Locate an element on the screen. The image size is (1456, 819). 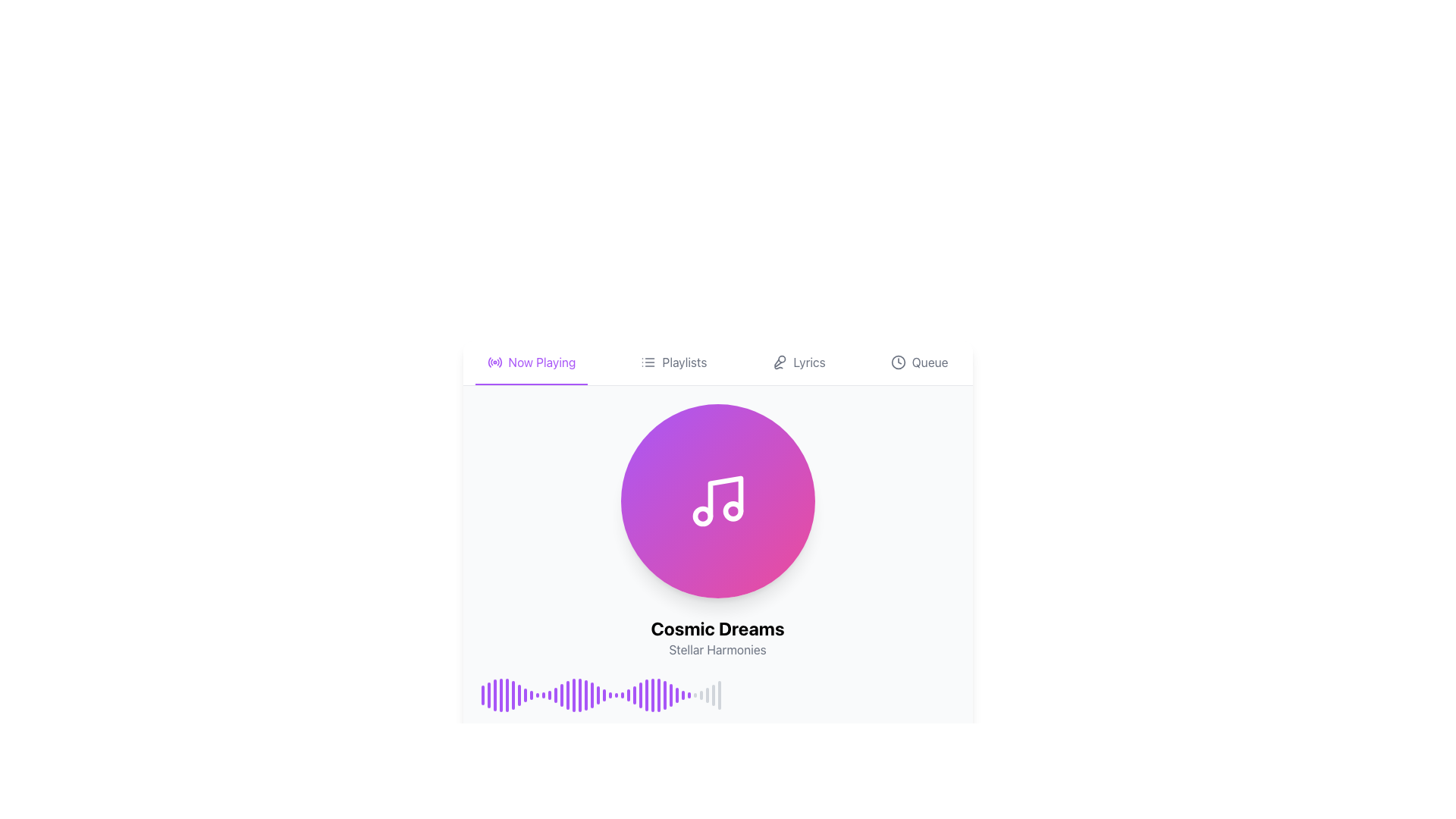
the second vertical purple progress bar with rounded ends, which is located below a circular icon and centered text is located at coordinates (488, 695).